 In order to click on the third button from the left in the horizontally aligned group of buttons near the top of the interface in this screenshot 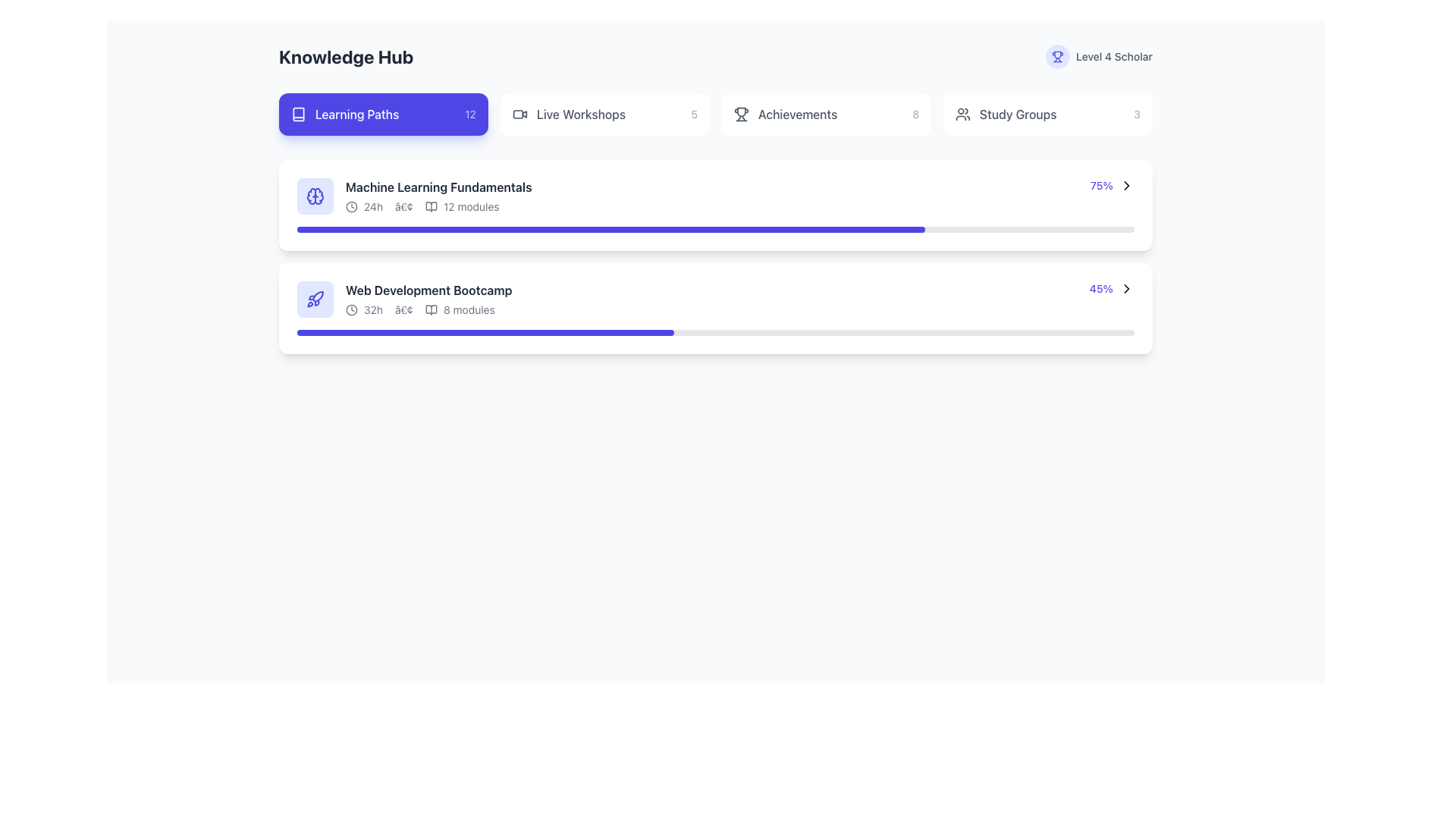, I will do `click(825, 113)`.